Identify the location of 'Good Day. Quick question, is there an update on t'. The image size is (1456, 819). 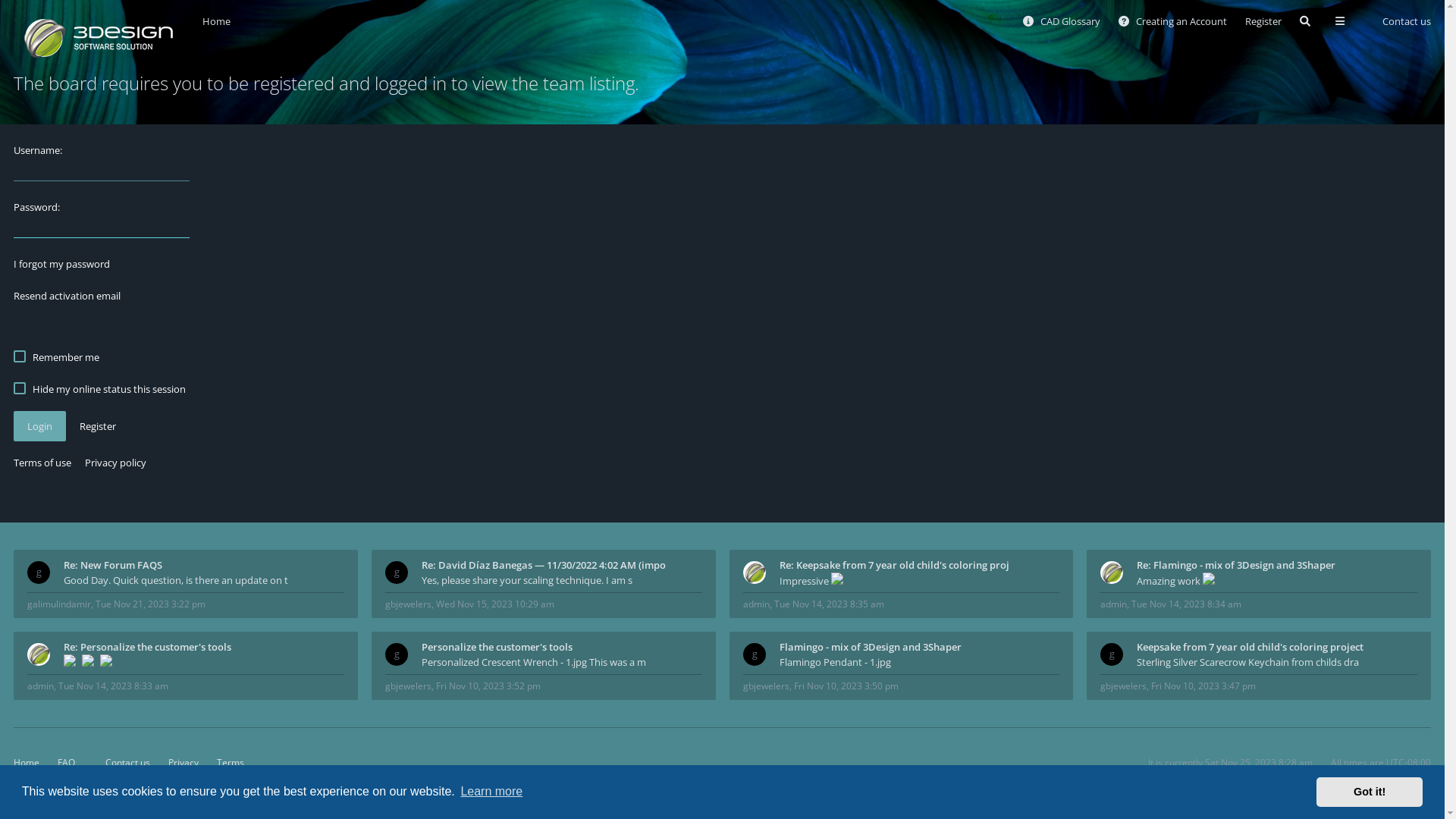
(202, 579).